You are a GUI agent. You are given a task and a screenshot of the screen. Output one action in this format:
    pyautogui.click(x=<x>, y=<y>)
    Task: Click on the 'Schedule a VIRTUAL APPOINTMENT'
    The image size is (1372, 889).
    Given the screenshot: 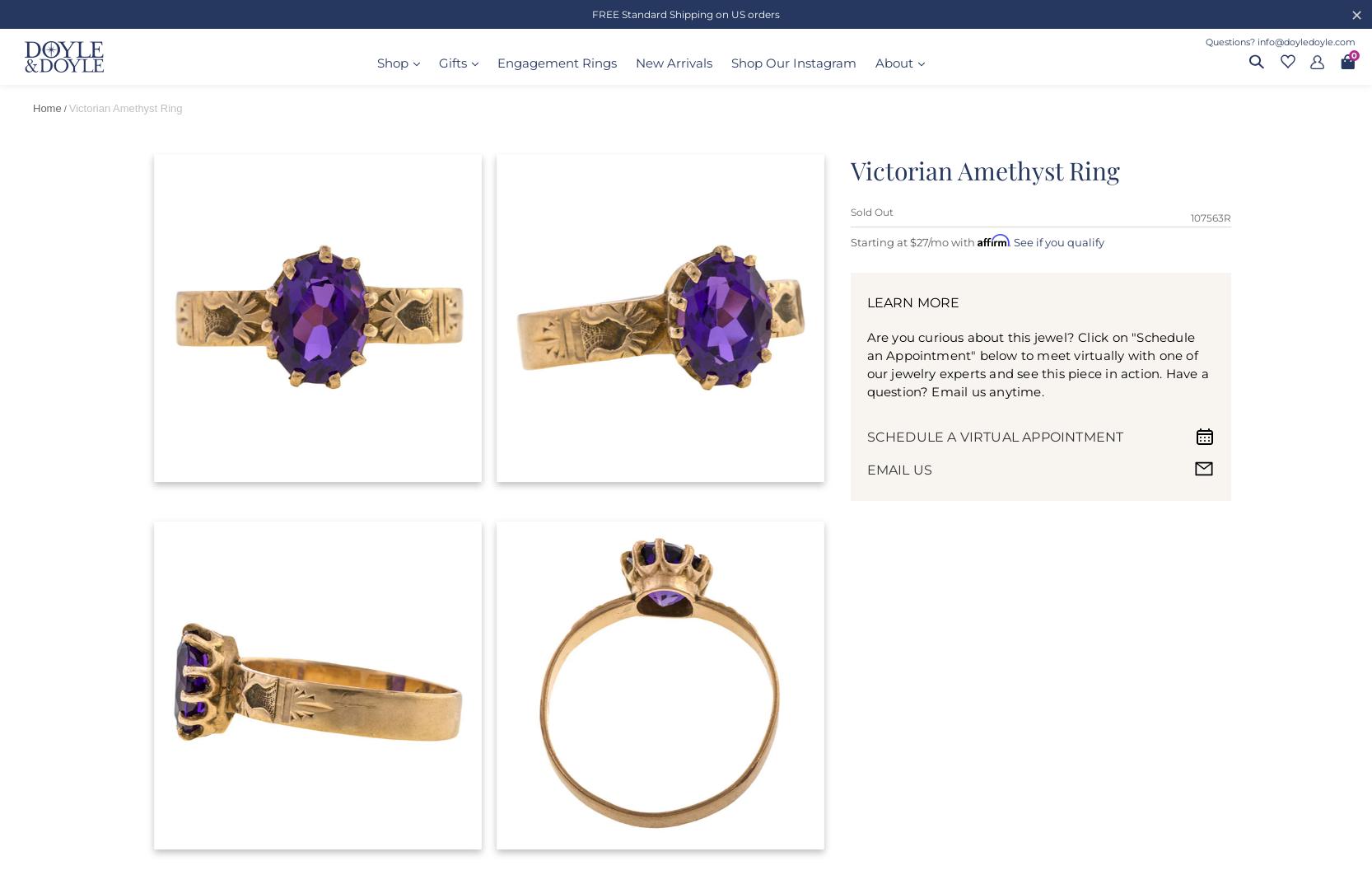 What is the action you would take?
    pyautogui.click(x=995, y=436)
    